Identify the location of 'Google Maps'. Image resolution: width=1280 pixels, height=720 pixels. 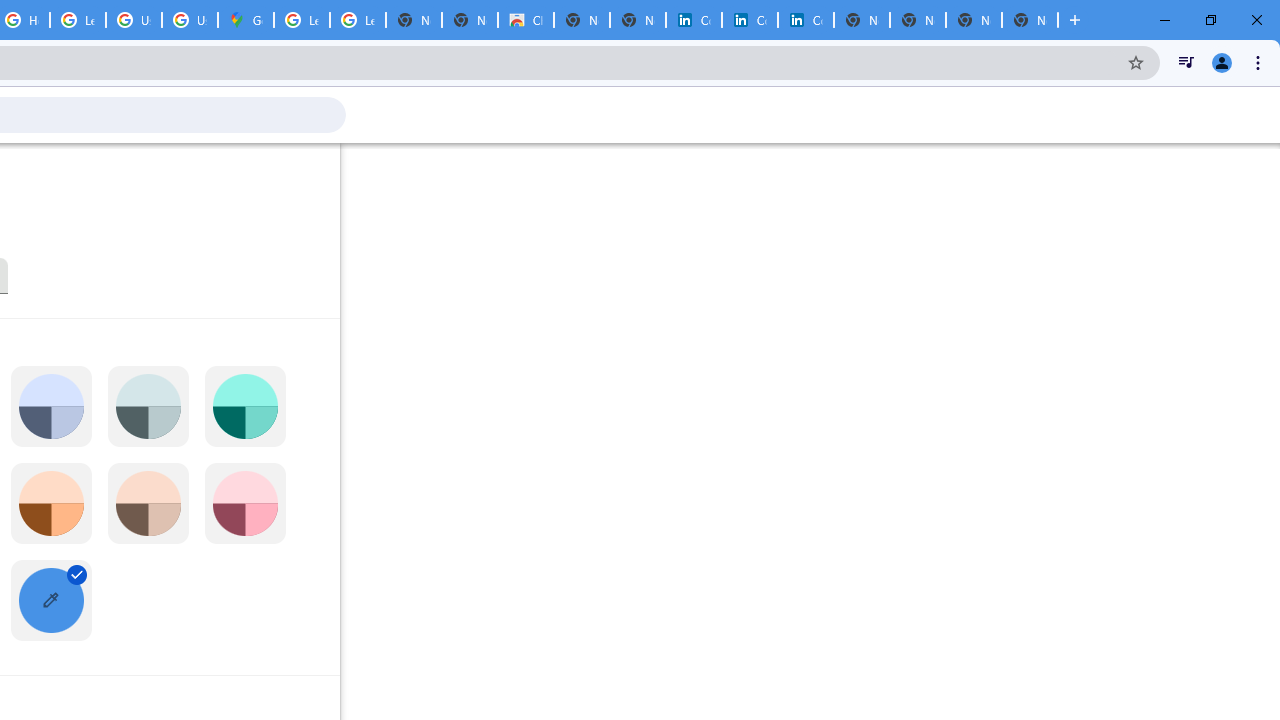
(244, 20).